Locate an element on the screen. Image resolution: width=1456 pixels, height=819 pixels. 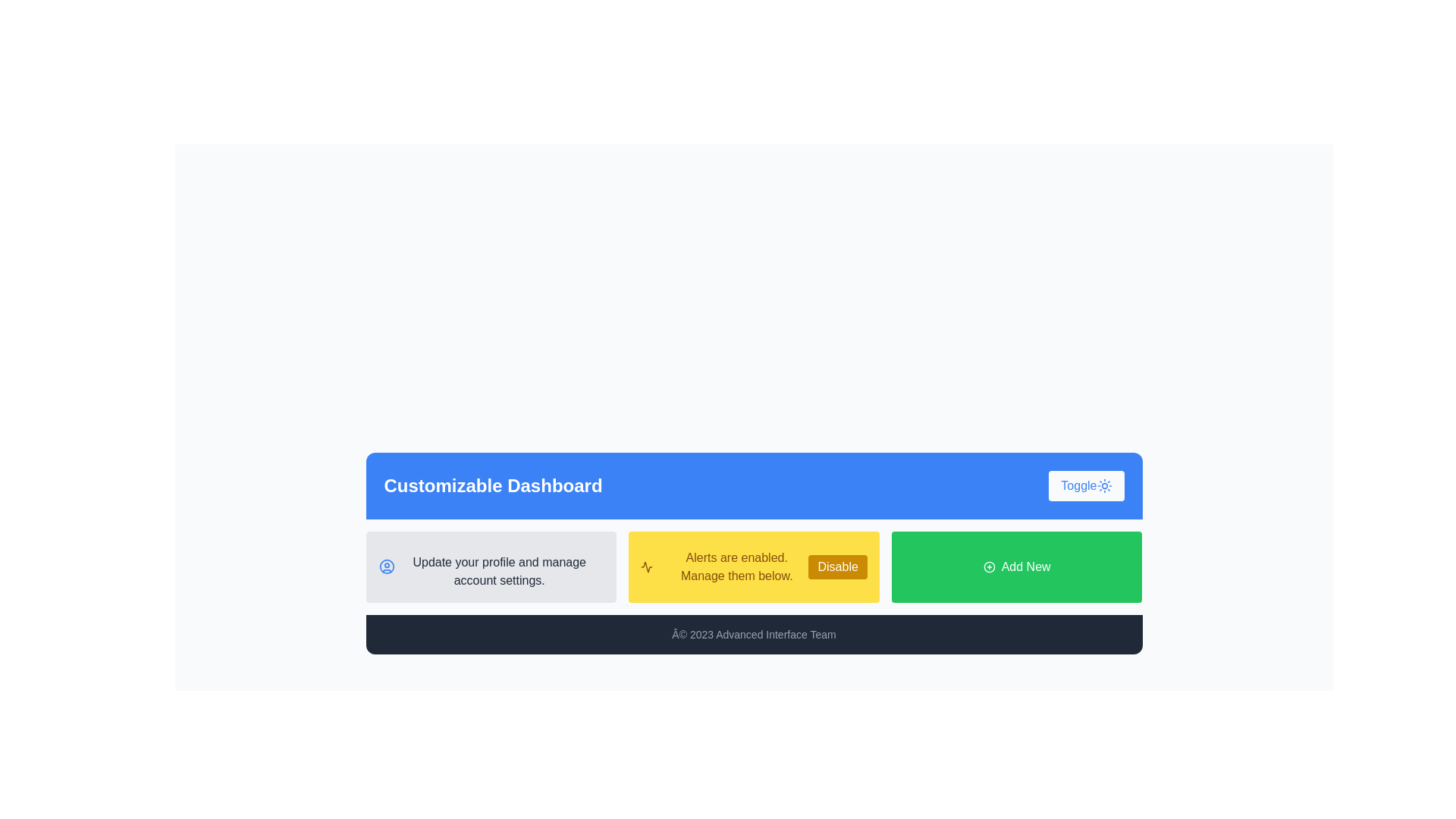
the toggle button located to the right of the 'Customizable Dashboard' title is located at coordinates (1085, 485).